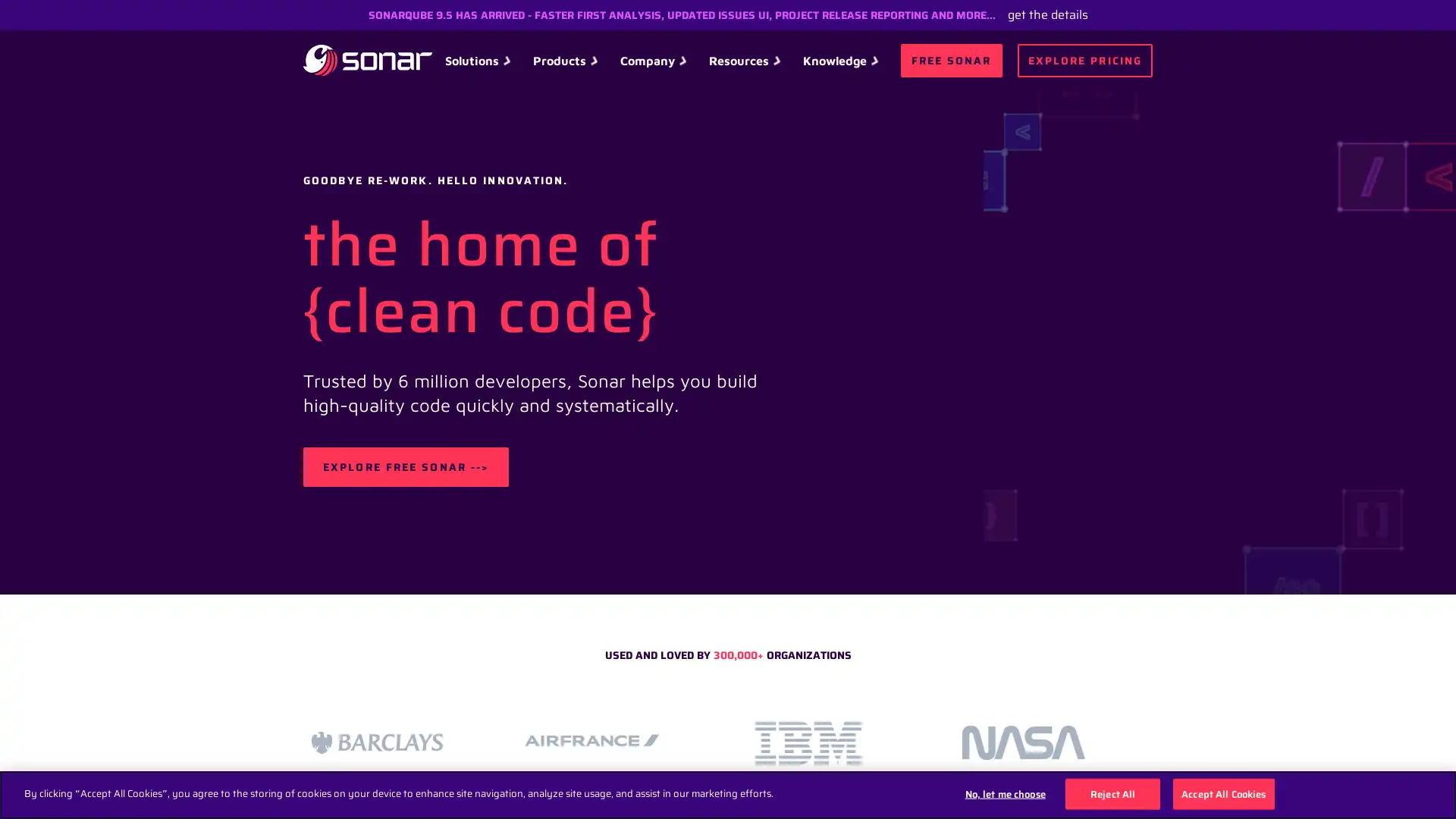 This screenshot has height=819, width=1456. What do you see at coordinates (1112, 792) in the screenshot?
I see `Reject All` at bounding box center [1112, 792].